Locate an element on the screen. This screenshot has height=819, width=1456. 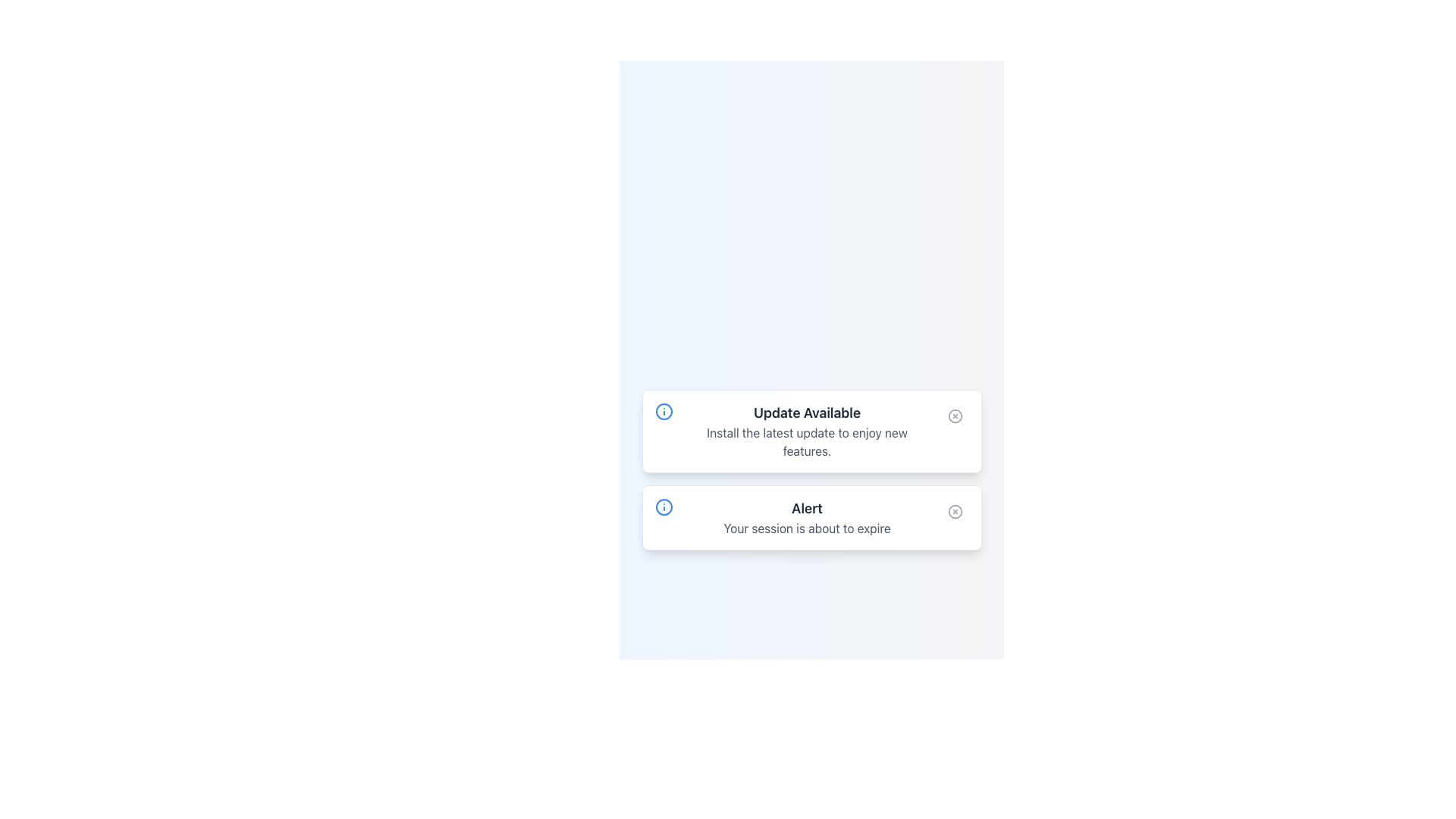
text content located directly underneath the heading 'Update Available' in the card component is located at coordinates (806, 441).